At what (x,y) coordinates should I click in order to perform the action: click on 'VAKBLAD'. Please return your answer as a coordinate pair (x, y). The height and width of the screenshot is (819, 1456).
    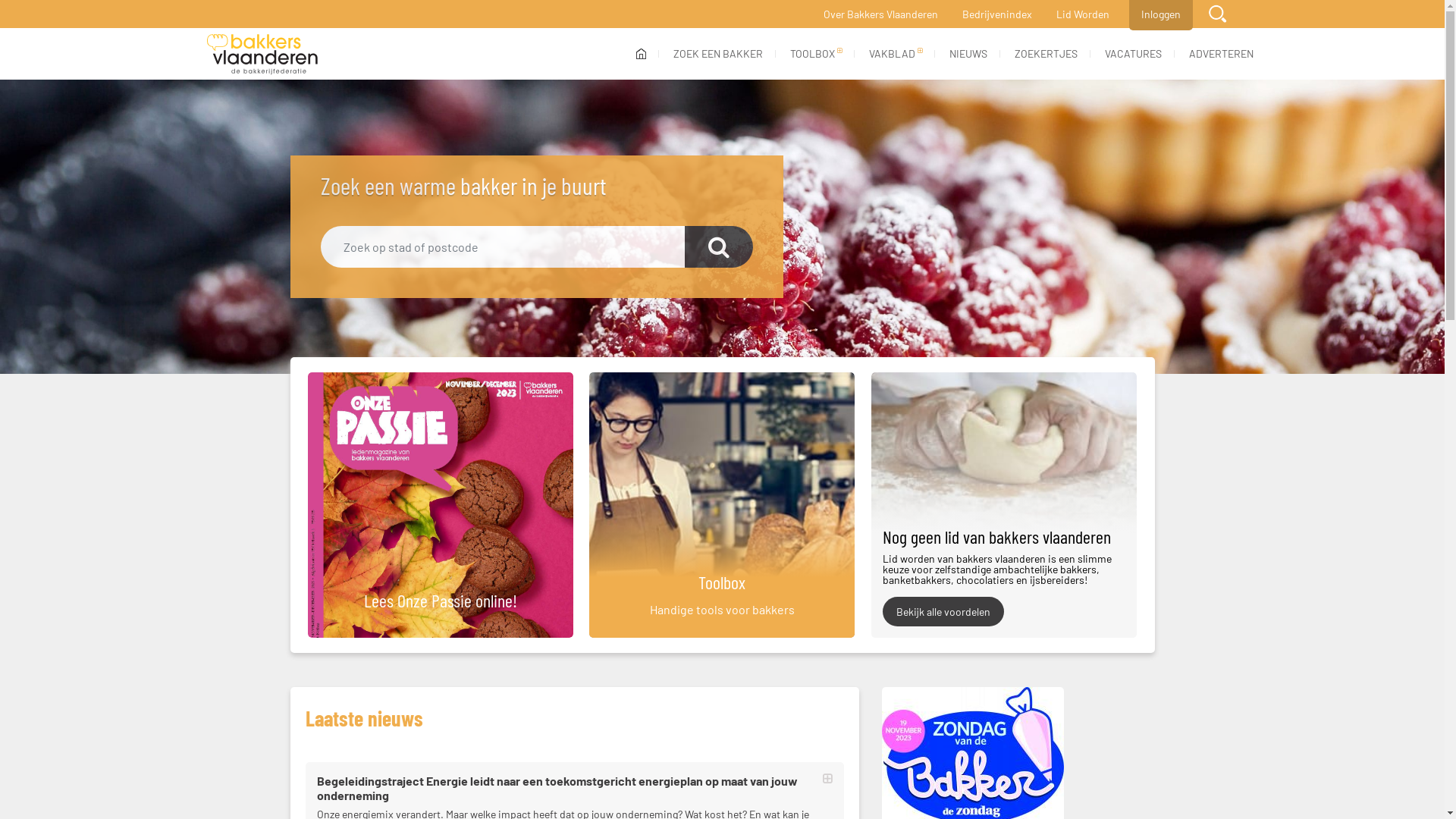
    Looking at the image, I should click on (895, 52).